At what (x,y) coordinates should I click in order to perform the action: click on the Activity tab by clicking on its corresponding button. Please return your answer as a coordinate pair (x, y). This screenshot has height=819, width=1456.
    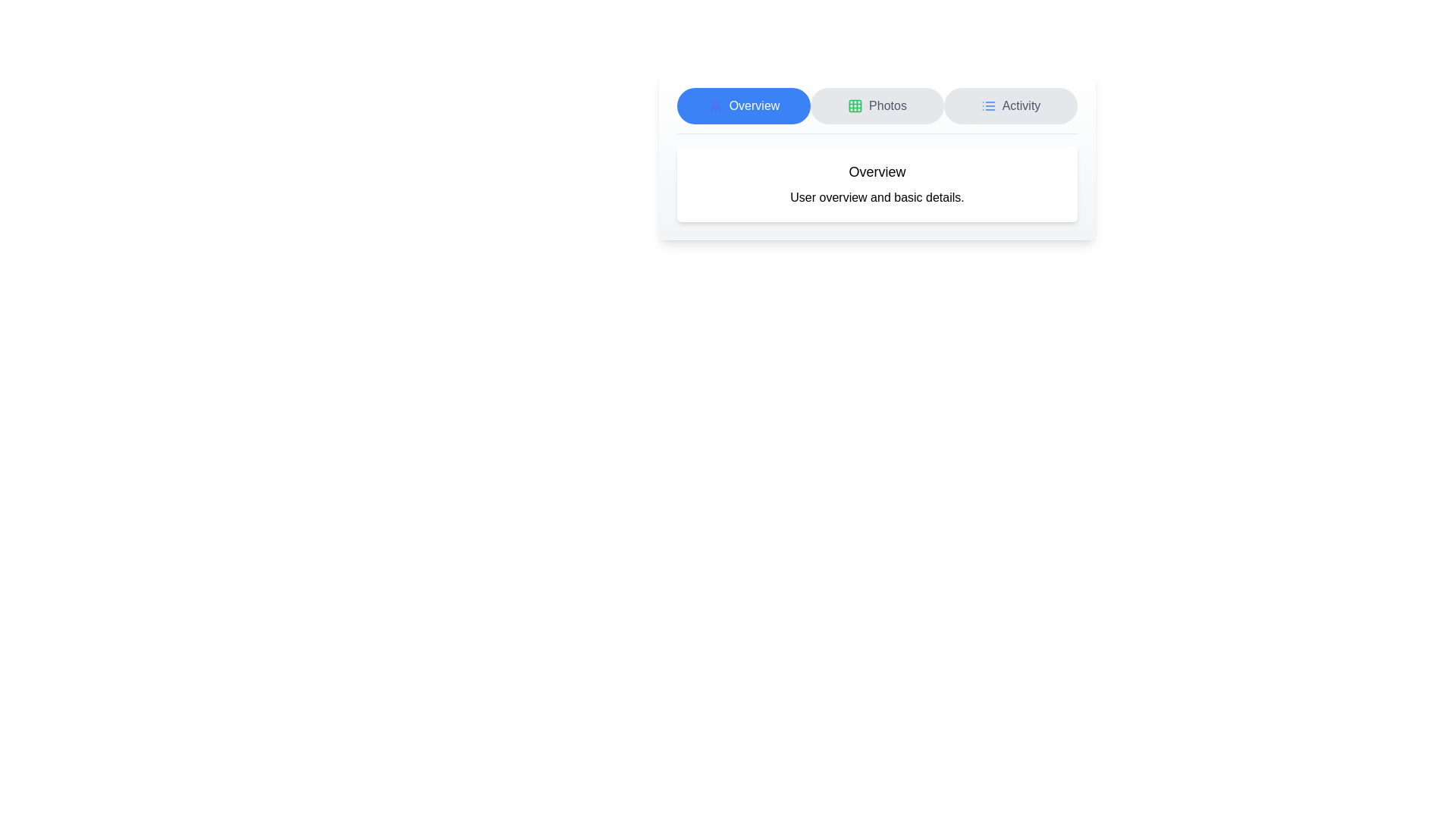
    Looking at the image, I should click on (1011, 105).